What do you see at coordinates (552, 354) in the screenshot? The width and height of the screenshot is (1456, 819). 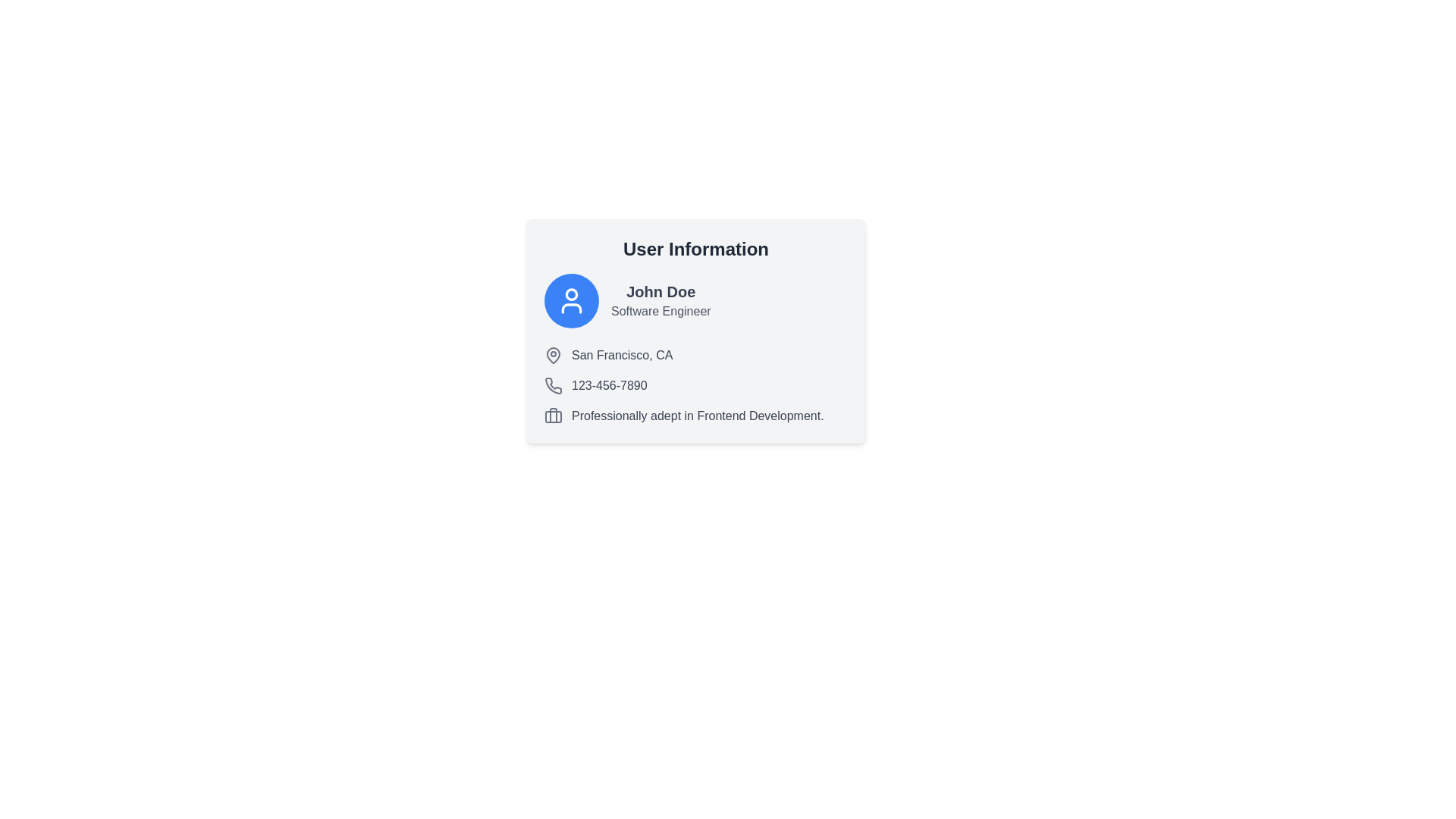 I see `gray map pin icon located adjacent to the text 'San Francisco, CA' within the user information card` at bounding box center [552, 354].